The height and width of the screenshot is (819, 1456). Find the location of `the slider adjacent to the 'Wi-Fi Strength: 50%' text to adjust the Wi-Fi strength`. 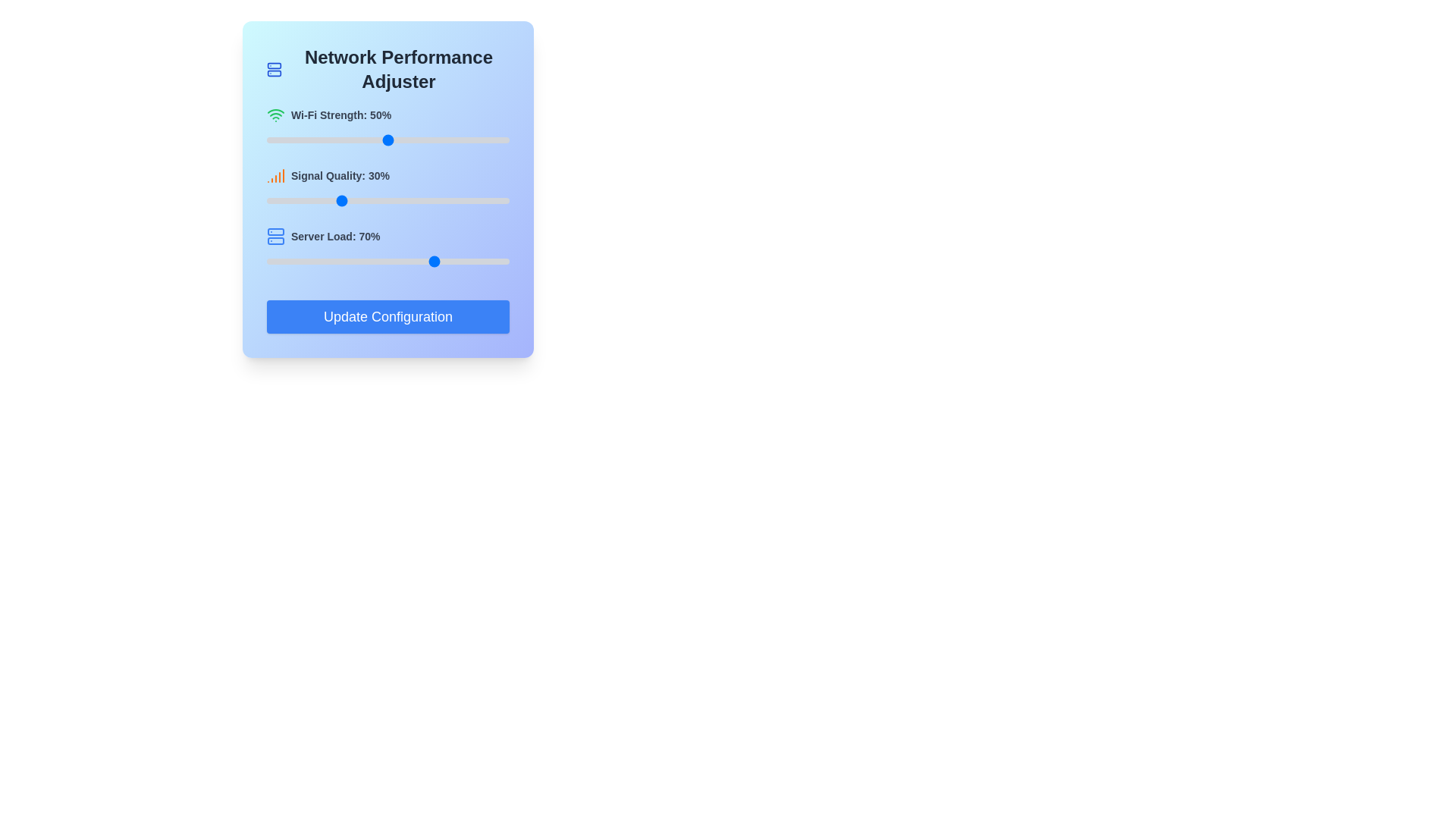

the slider adjacent to the 'Wi-Fi Strength: 50%' text to adjust the Wi-Fi strength is located at coordinates (388, 127).